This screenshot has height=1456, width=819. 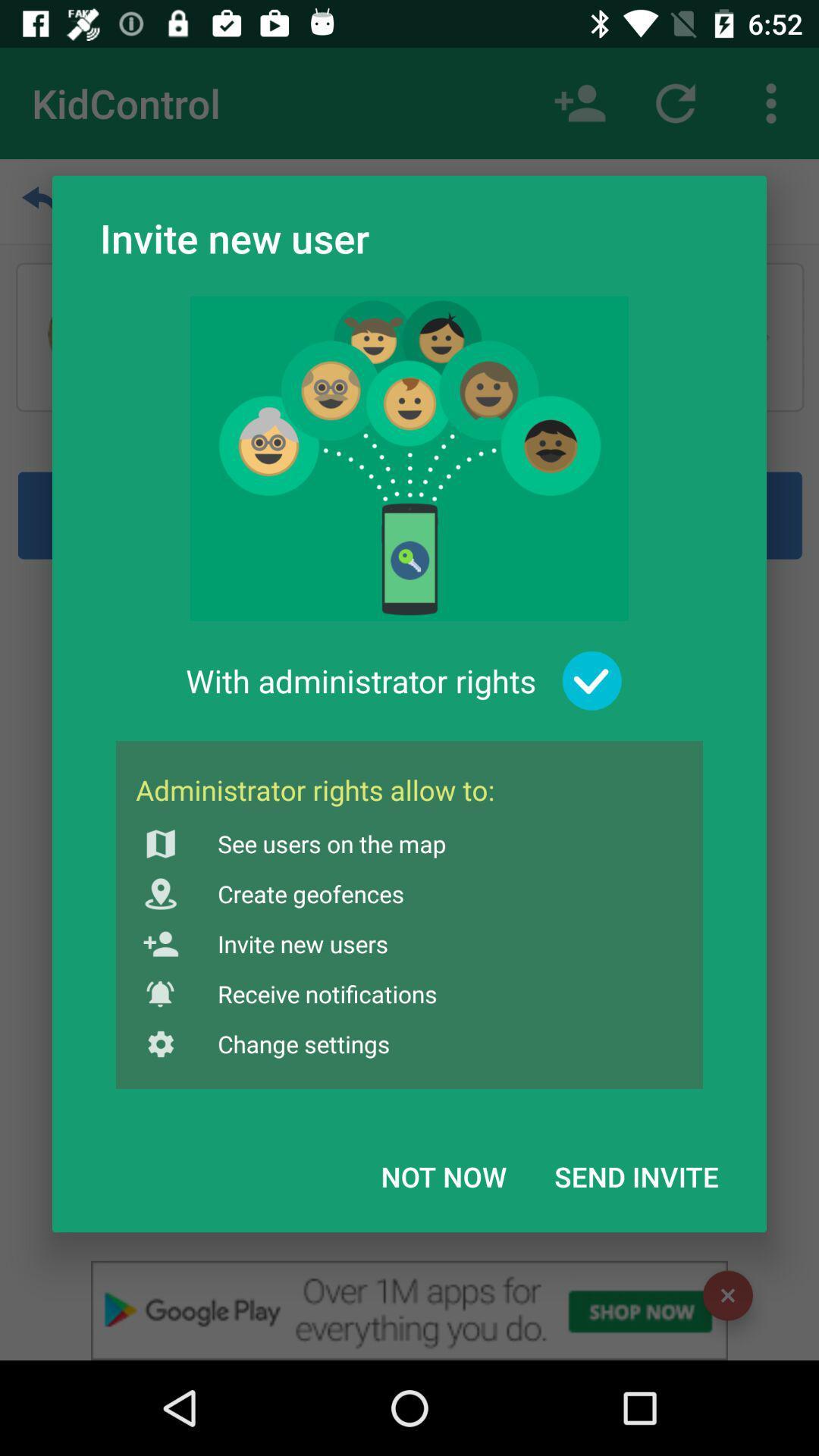 I want to click on not now icon, so click(x=444, y=1175).